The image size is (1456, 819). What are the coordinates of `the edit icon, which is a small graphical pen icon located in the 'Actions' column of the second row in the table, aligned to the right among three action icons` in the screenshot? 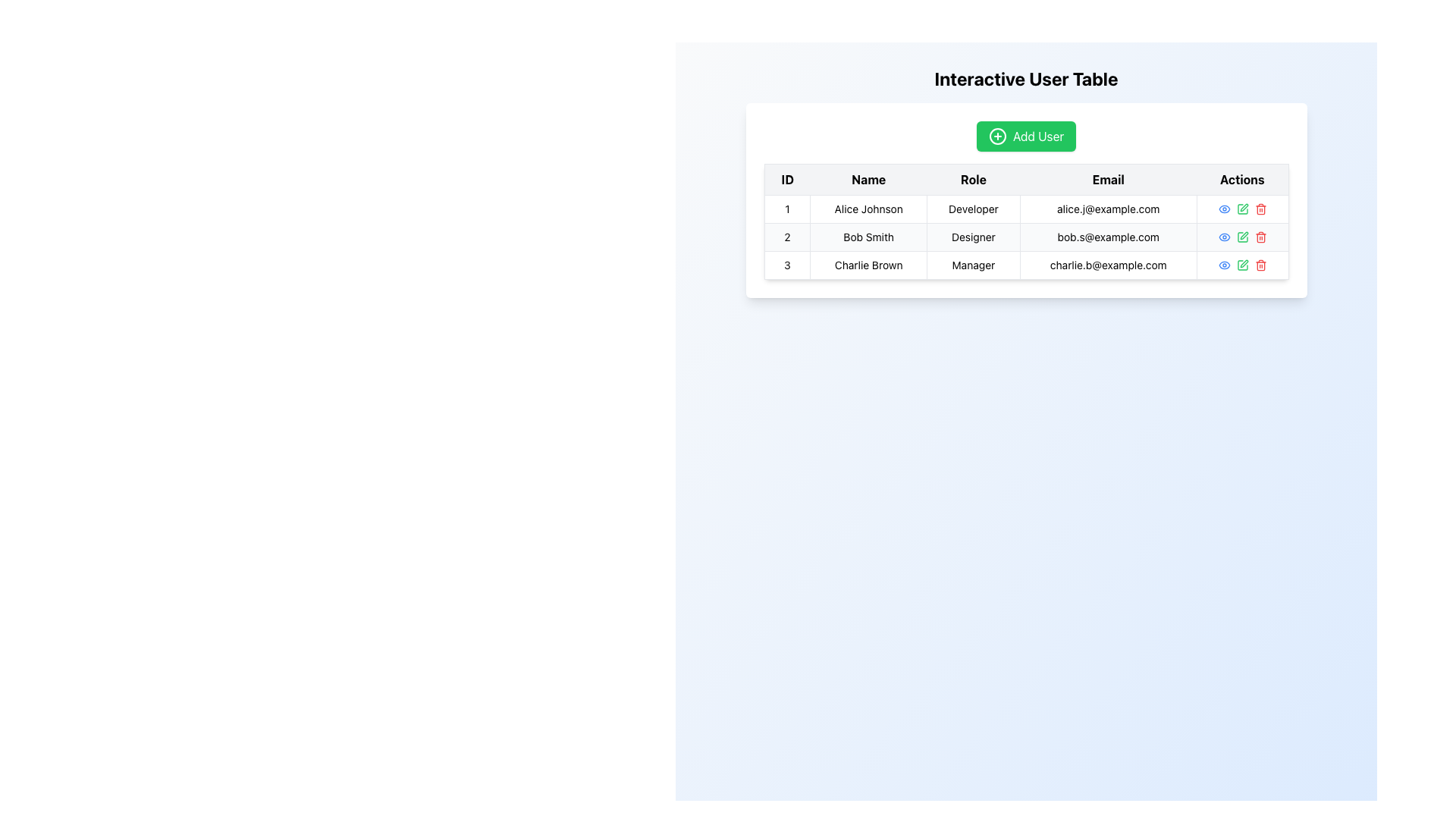 It's located at (1244, 236).